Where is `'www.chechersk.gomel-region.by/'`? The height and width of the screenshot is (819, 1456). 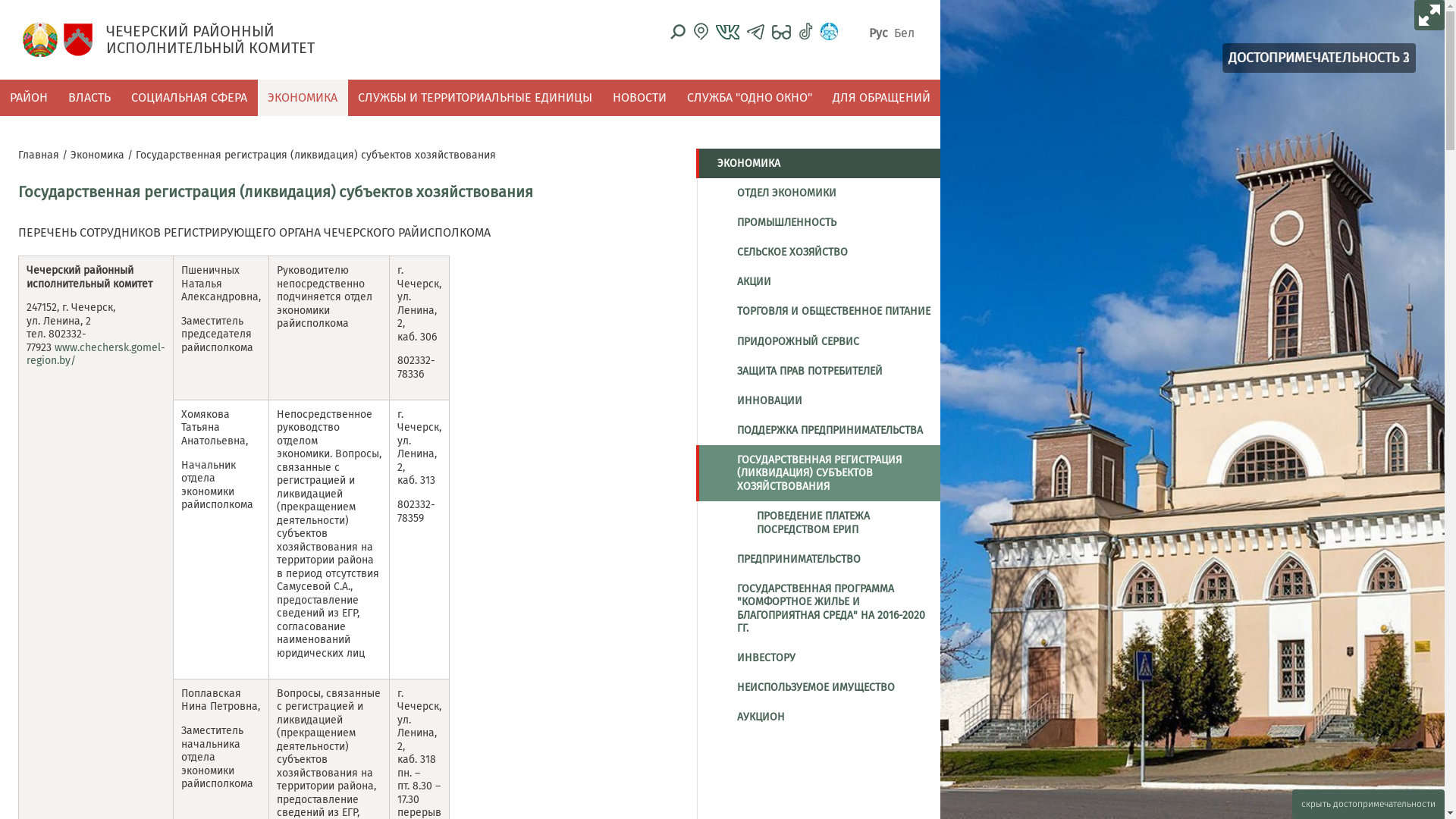 'www.chechersk.gomel-region.by/' is located at coordinates (95, 354).